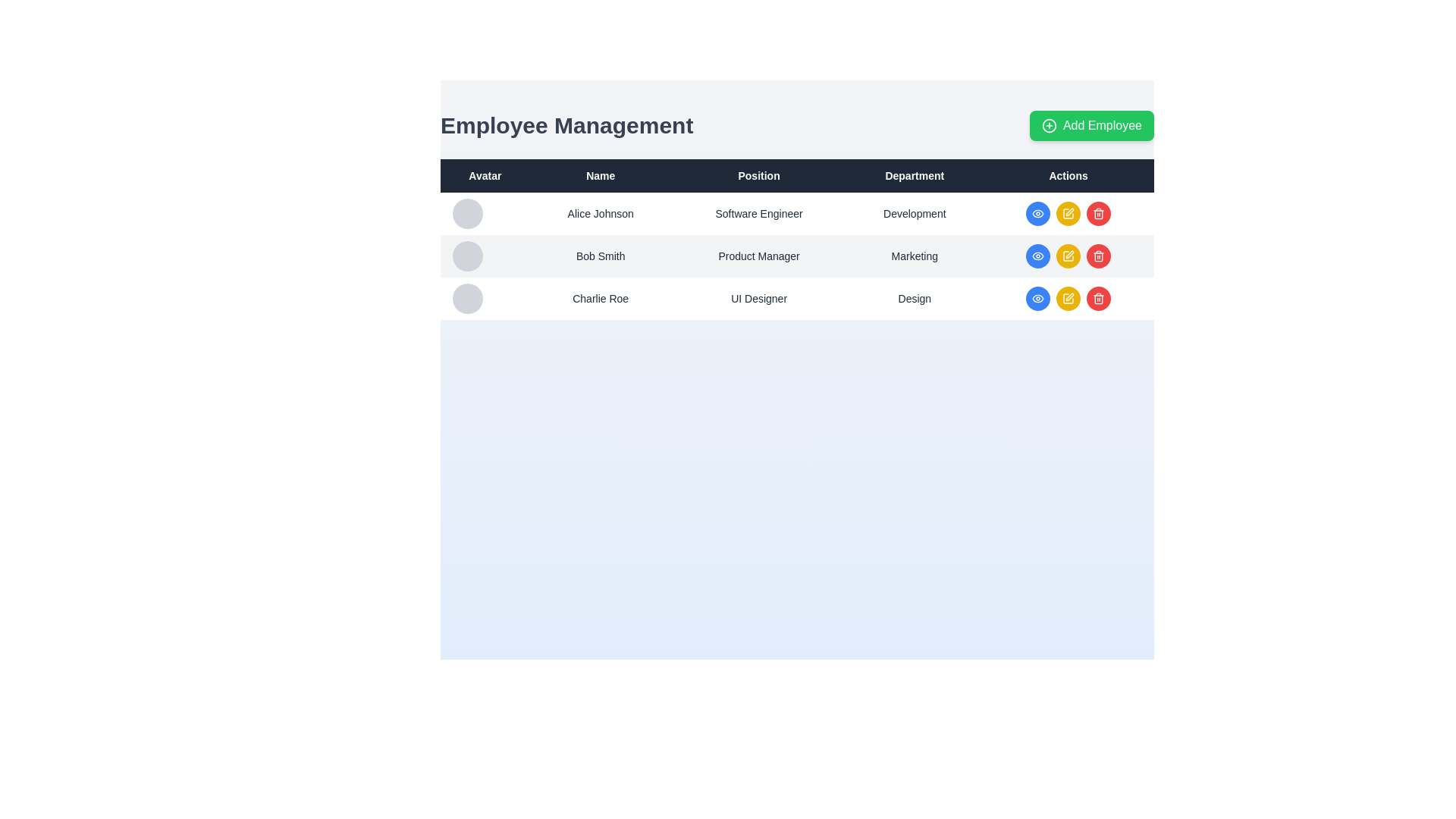 This screenshot has height=819, width=1456. I want to click on the circular part of the plus-circle icon that represents the 'Add Employee' functionality, located in the top-right section of the UI, so click(1048, 124).